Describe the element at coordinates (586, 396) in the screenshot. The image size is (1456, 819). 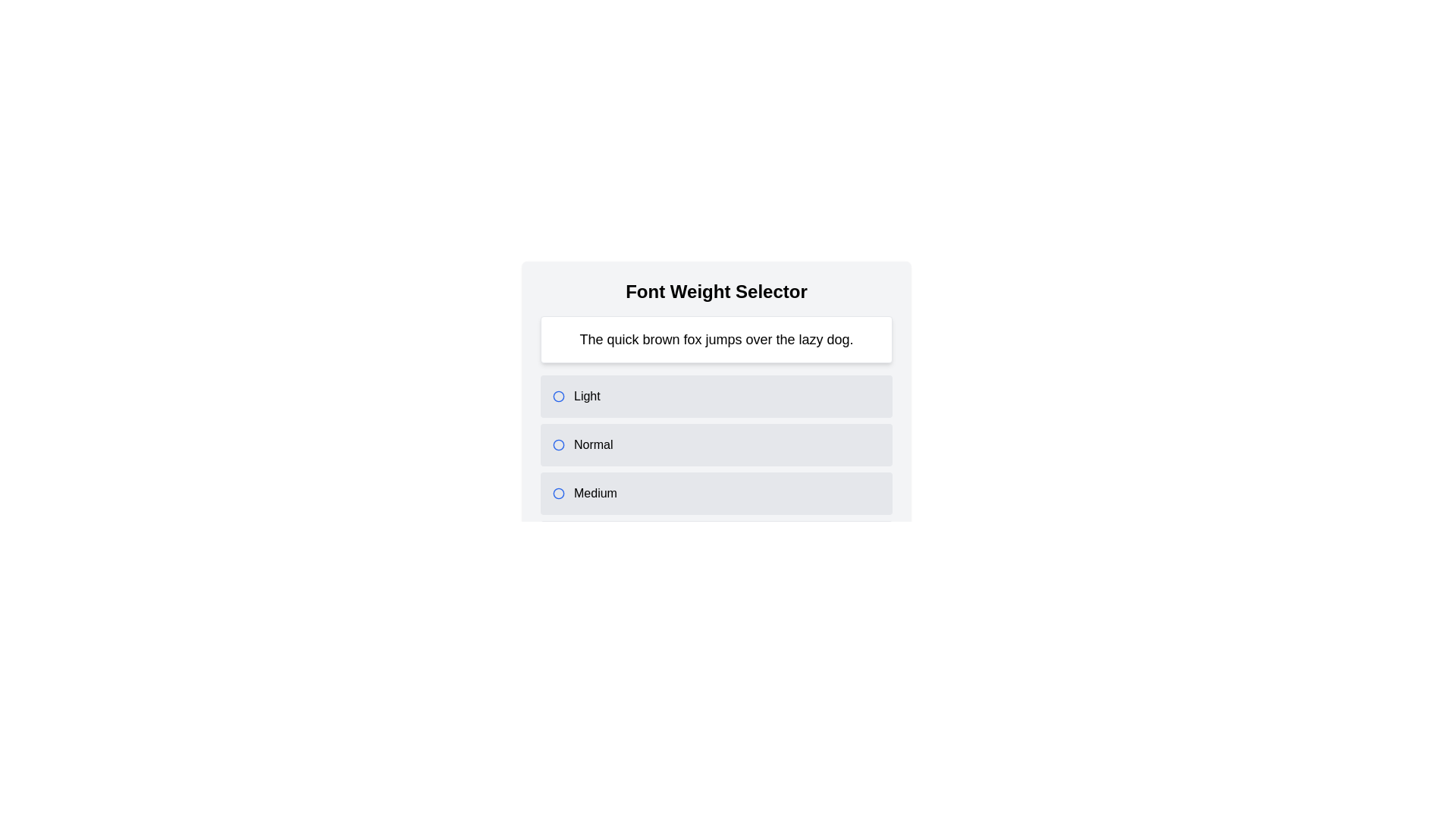
I see `the selection state of the 'Light' label, which is the first option in the Font Weight Selector dialog, positioned below the example text and to the right of a blue circular icon` at that location.